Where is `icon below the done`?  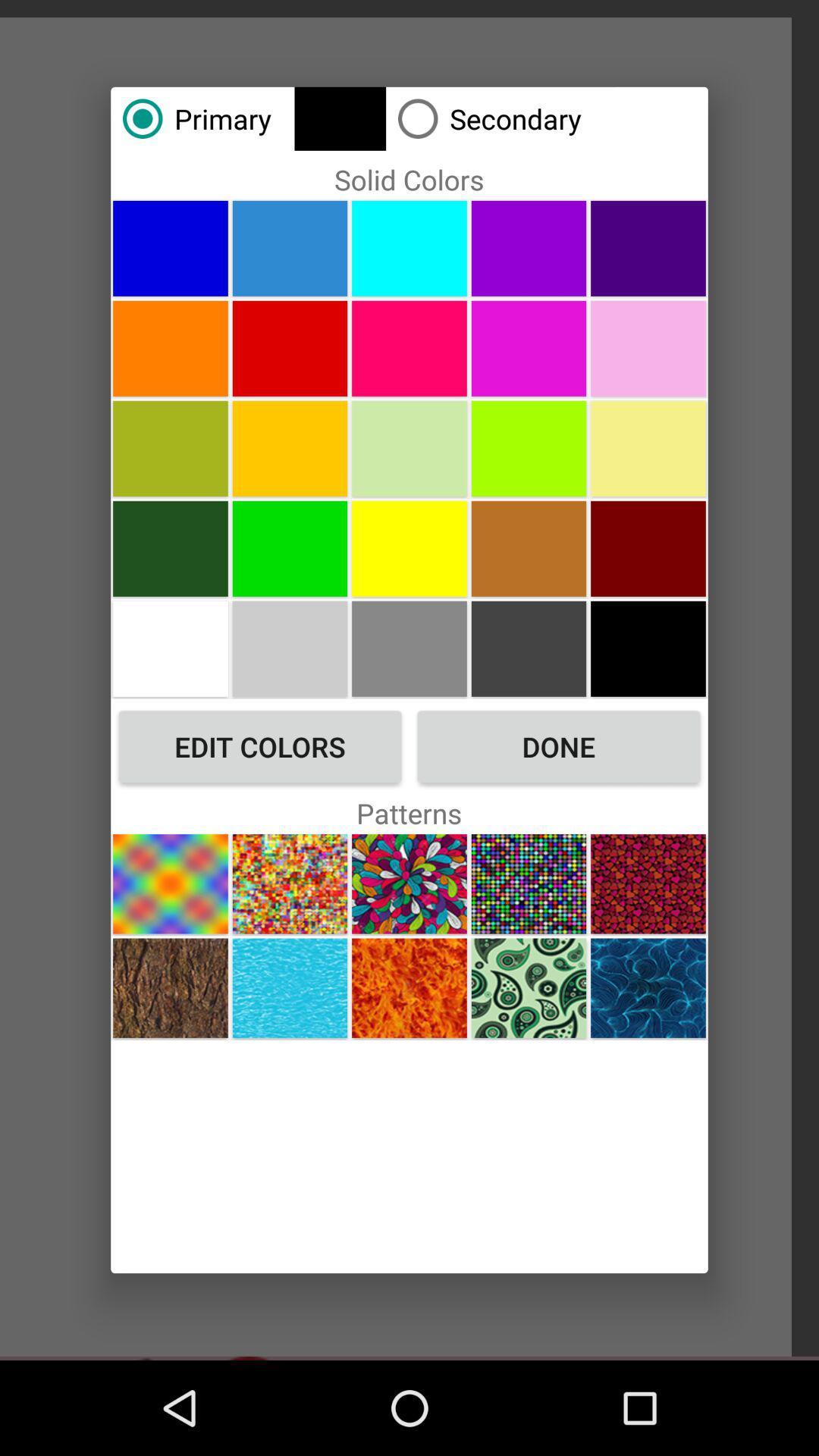
icon below the done is located at coordinates (528, 883).